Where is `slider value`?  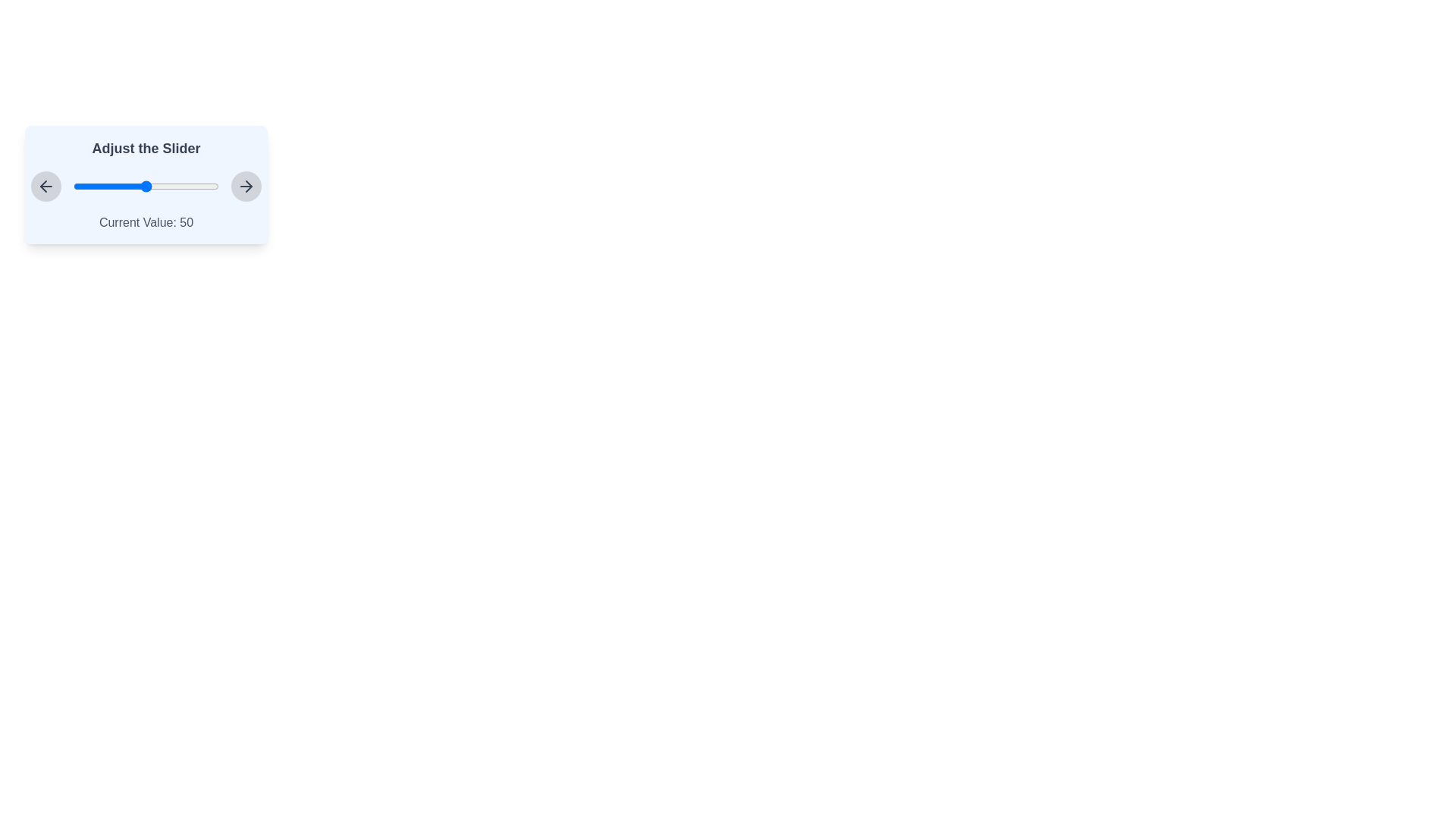
slider value is located at coordinates (187, 186).